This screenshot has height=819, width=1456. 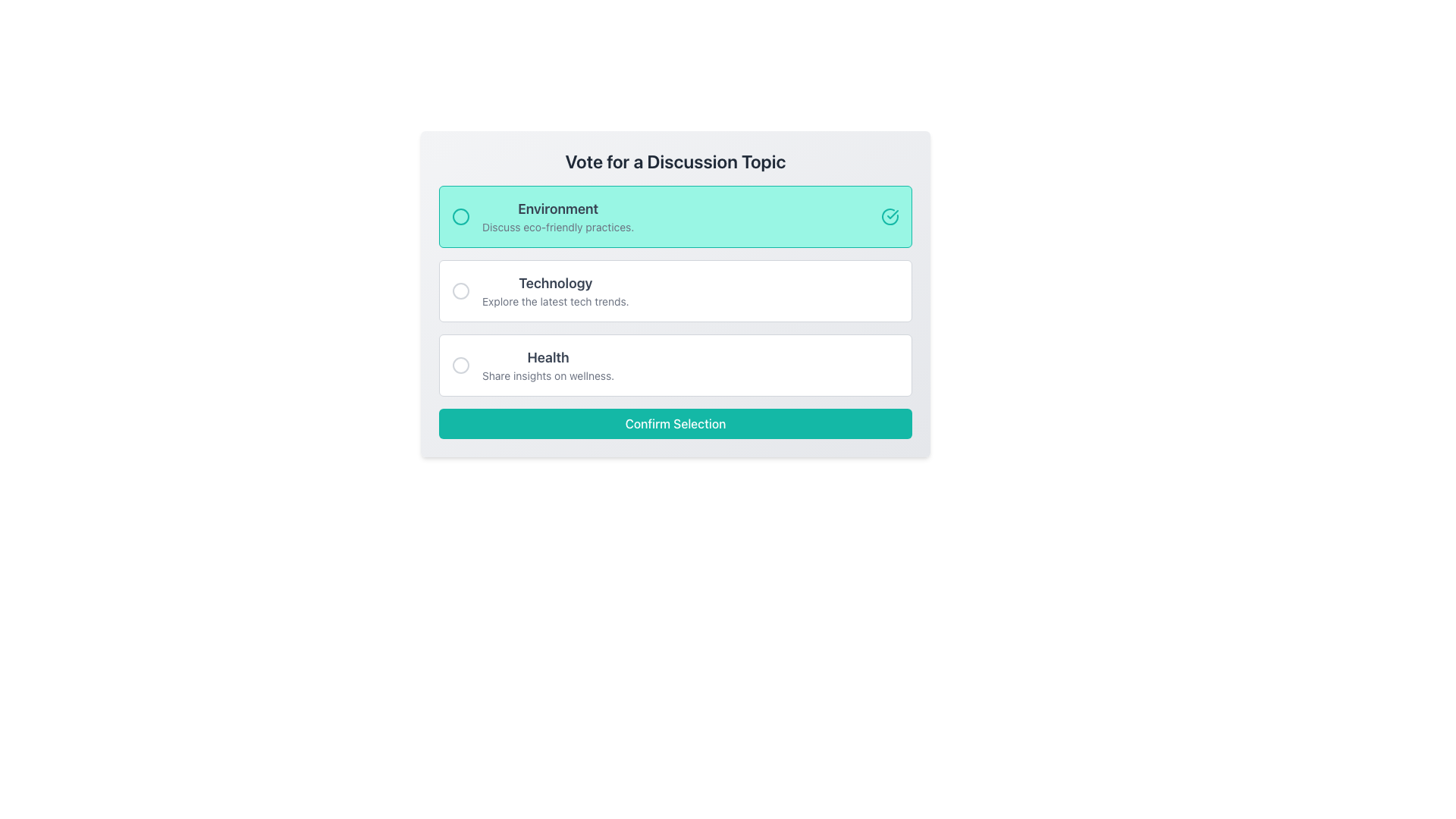 What do you see at coordinates (557, 216) in the screenshot?
I see `text within the selectable list item for the 'Environment' topic, which is the first item in the list under the heading 'Vote for a Discussion Topic.'` at bounding box center [557, 216].